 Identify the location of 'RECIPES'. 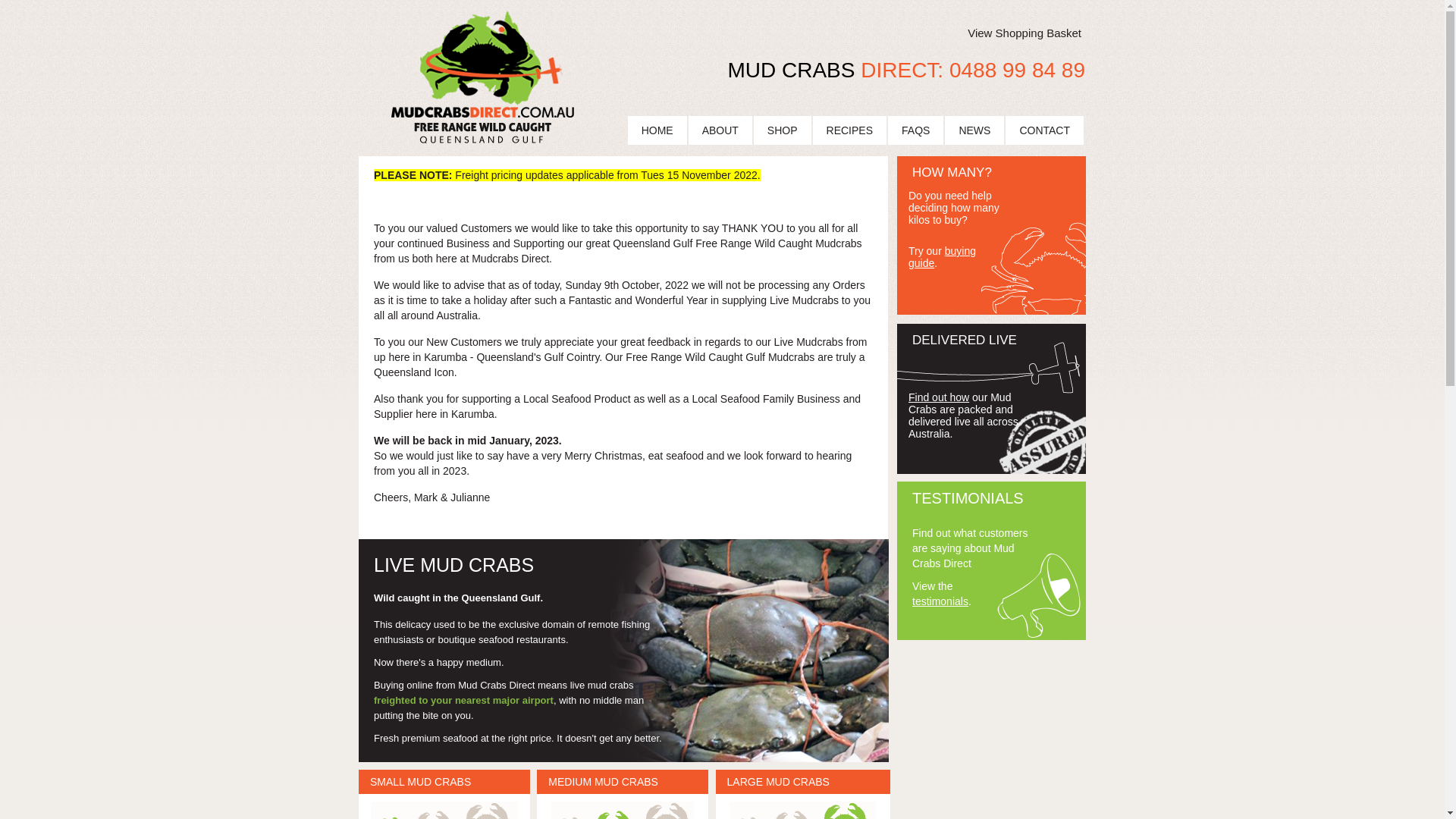
(849, 130).